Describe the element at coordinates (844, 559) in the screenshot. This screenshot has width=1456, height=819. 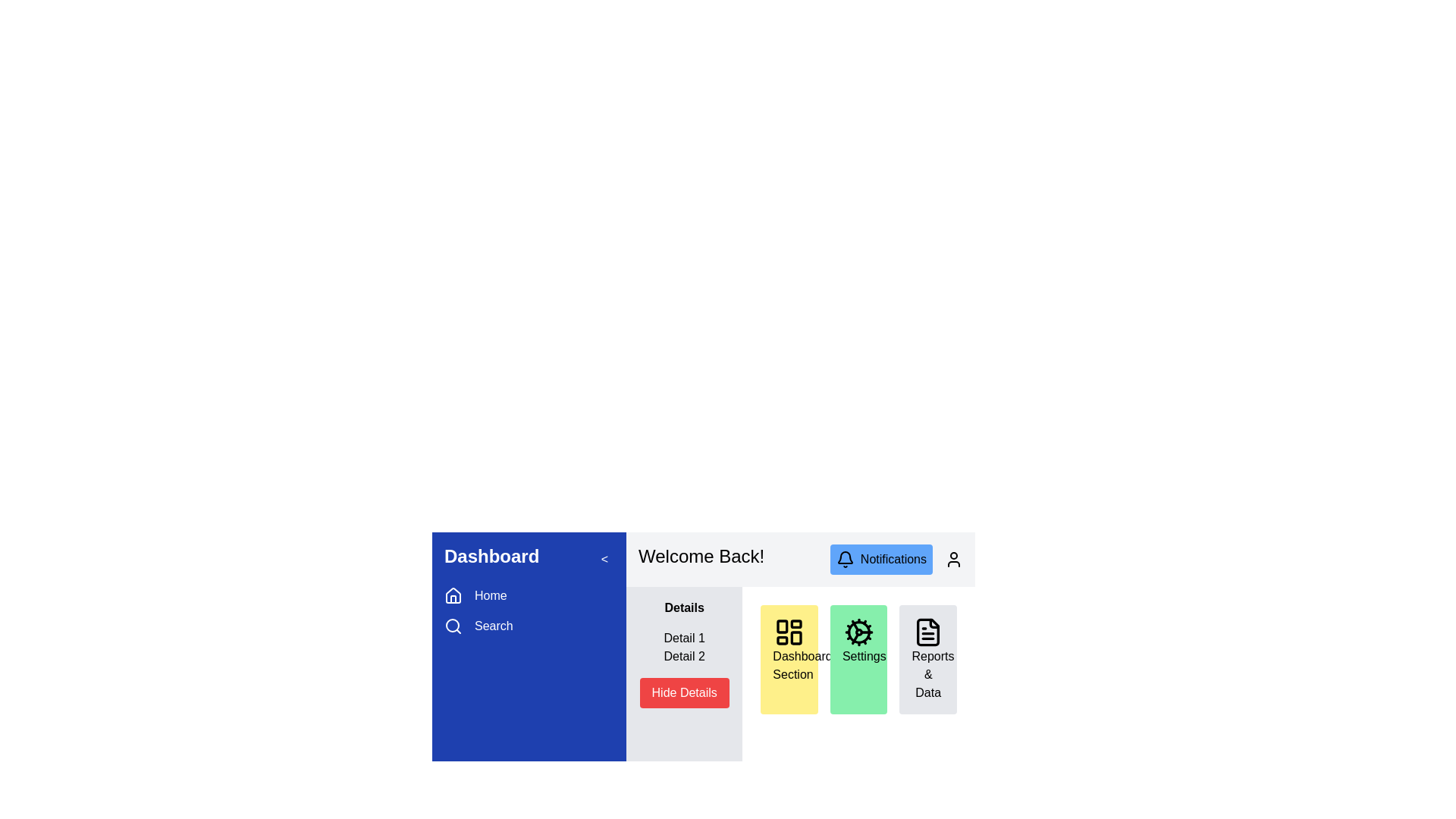
I see `the bell icon, which is a solid black outline positioned to the left of the 'Notifications' text` at that location.